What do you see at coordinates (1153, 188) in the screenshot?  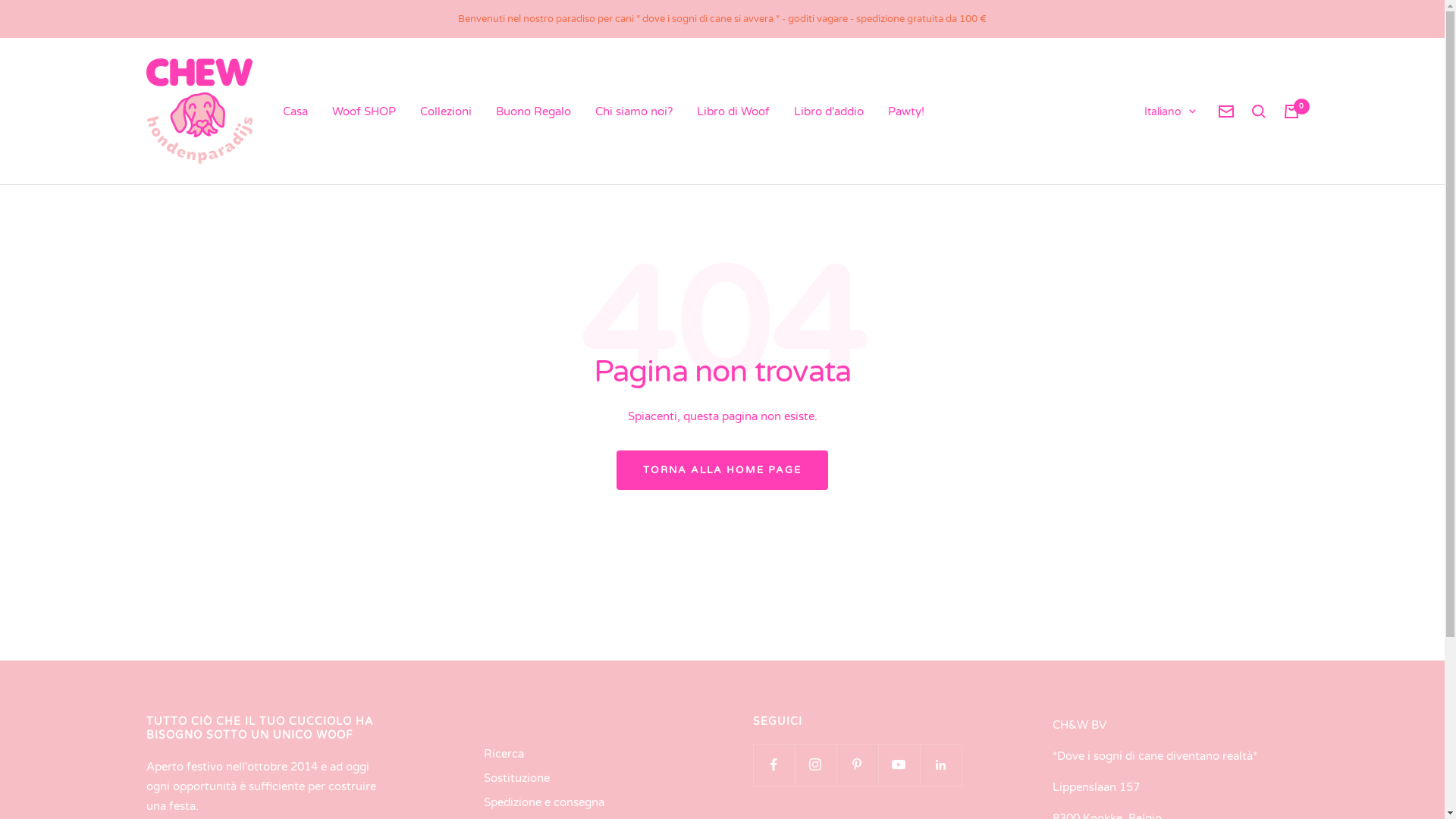 I see `'en'` at bounding box center [1153, 188].